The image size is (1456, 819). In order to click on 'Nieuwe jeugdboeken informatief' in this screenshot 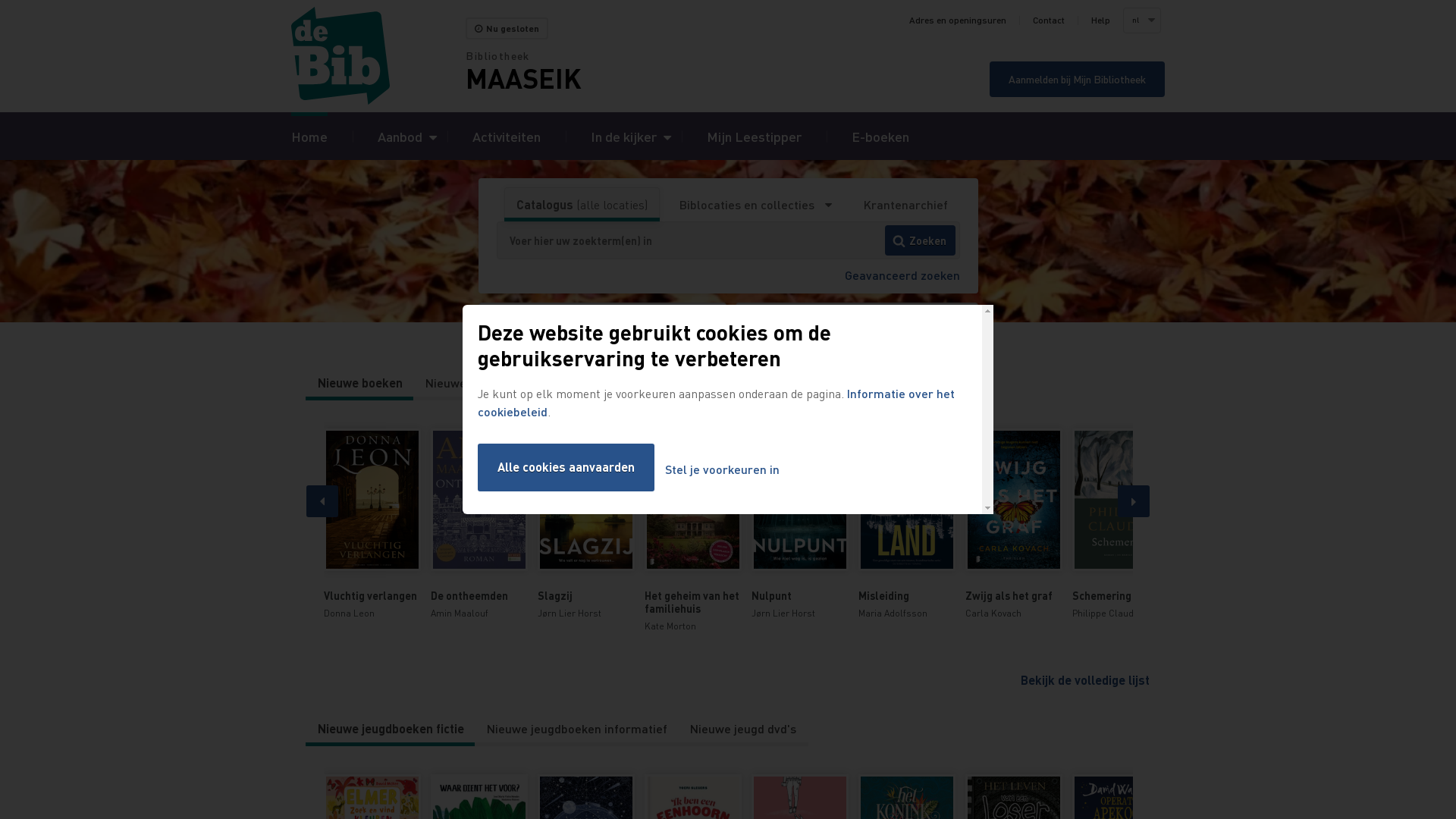, I will do `click(576, 727)`.